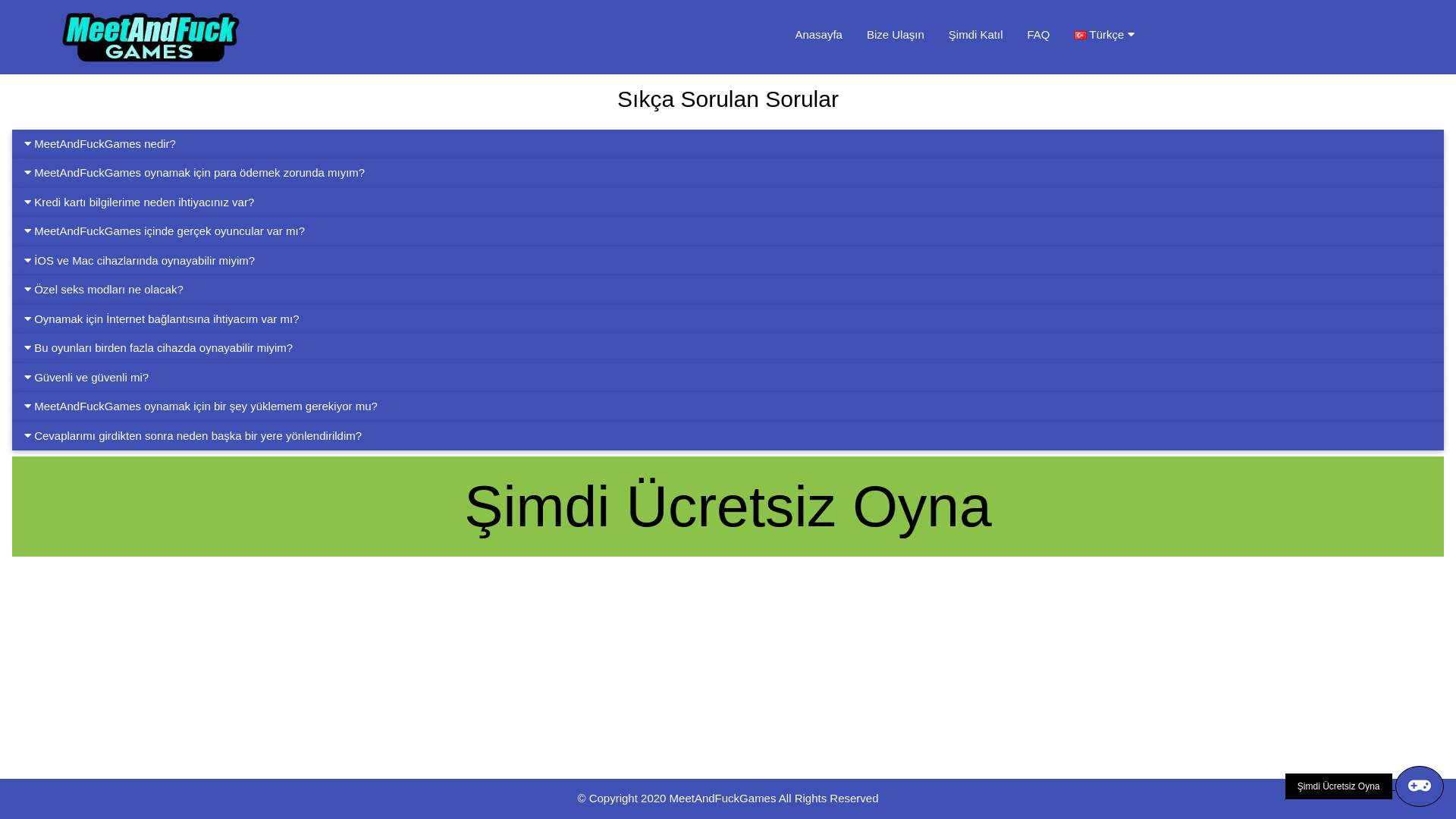 Image resolution: width=1456 pixels, height=819 pixels. What do you see at coordinates (817, 34) in the screenshot?
I see `'Anasayfa'` at bounding box center [817, 34].